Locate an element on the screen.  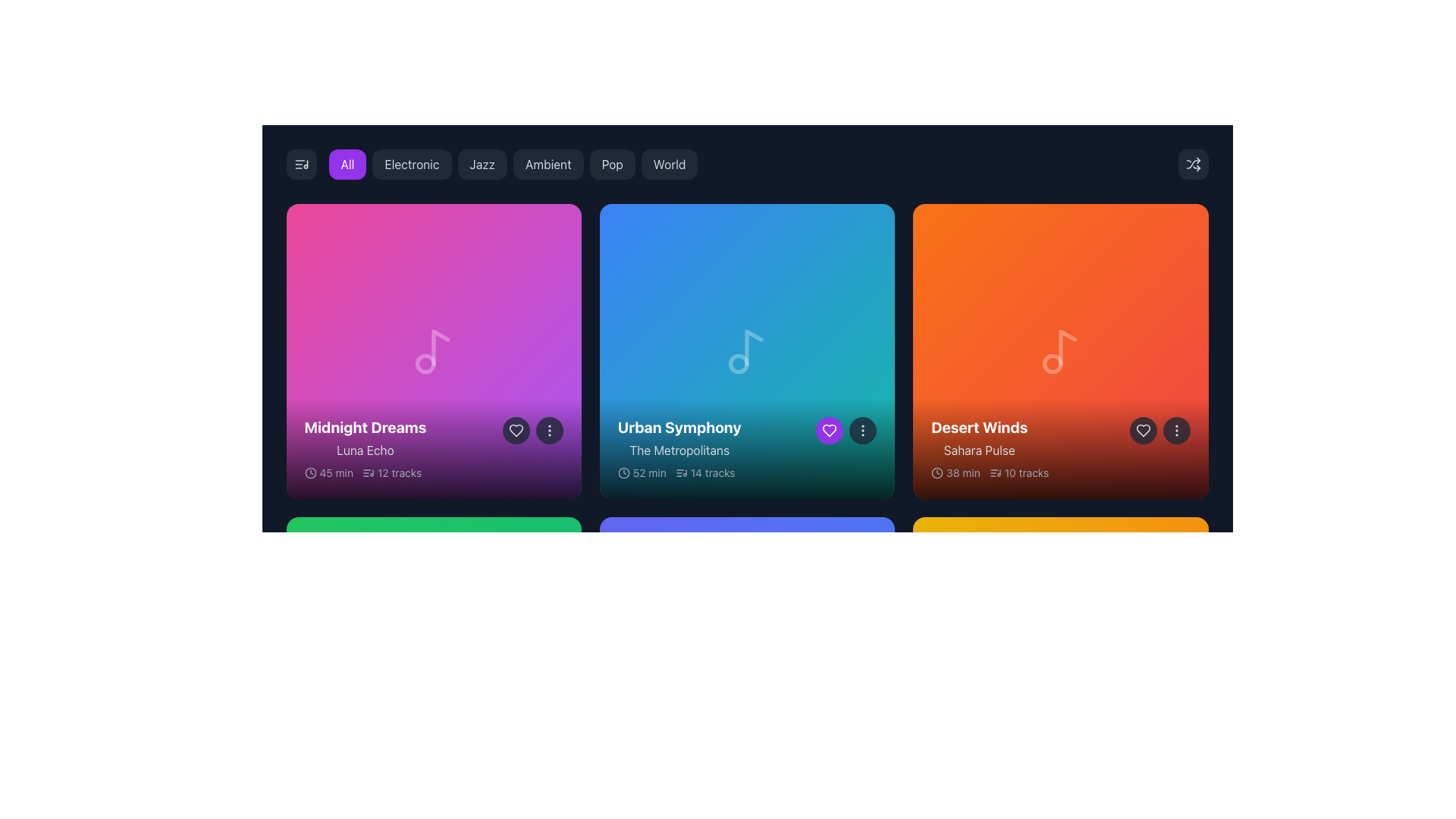
the 'Ambient' button, which is the fourth button in a horizontal list of six, located at the top part of the interface is located at coordinates (548, 164).